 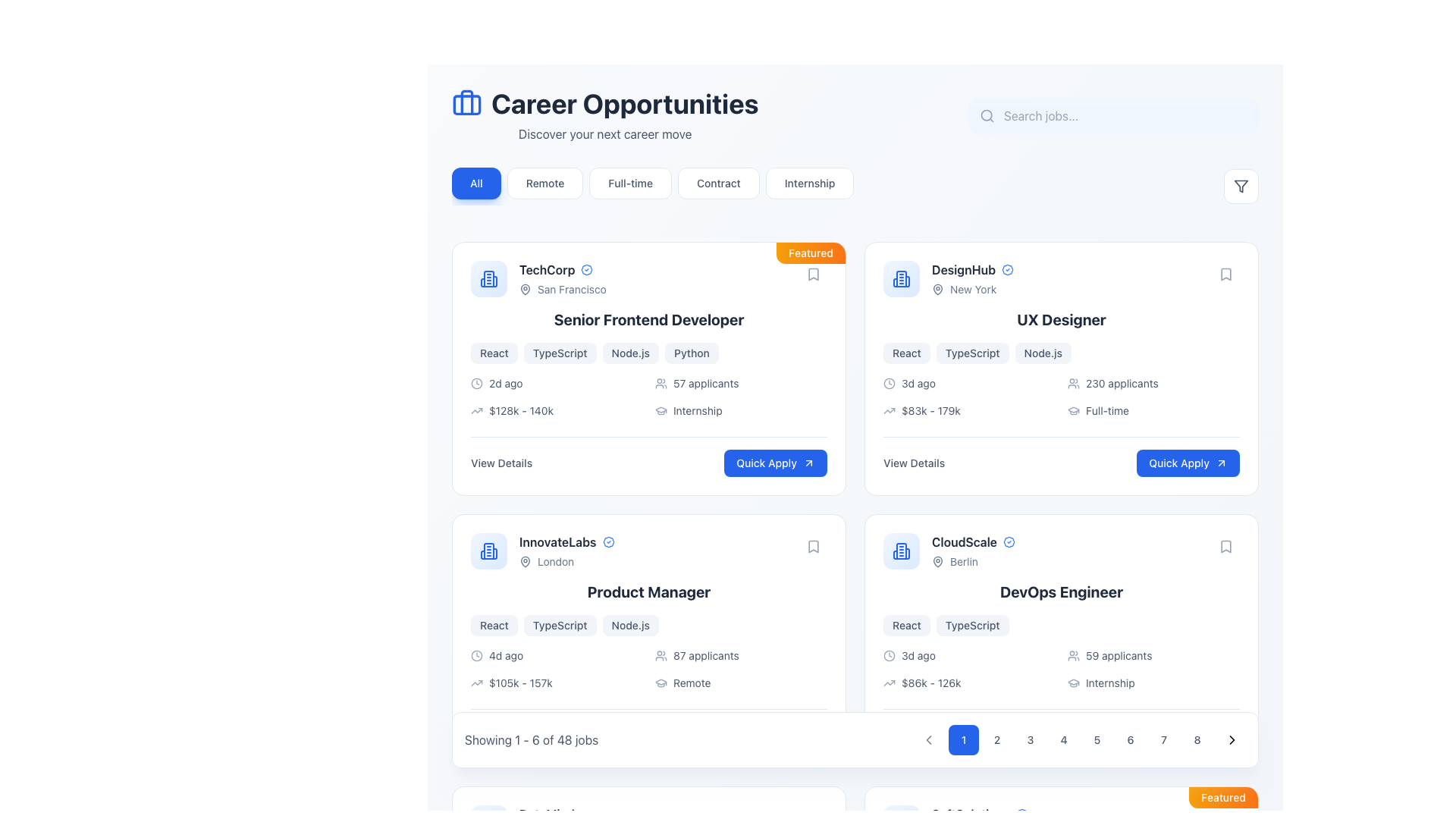 I want to click on the 'InnovateLabs' label with a blue checkmark icon, which is located beneath the job title 'Product Manager' and to the left of the location 'London' in the second job card, so click(x=566, y=541).